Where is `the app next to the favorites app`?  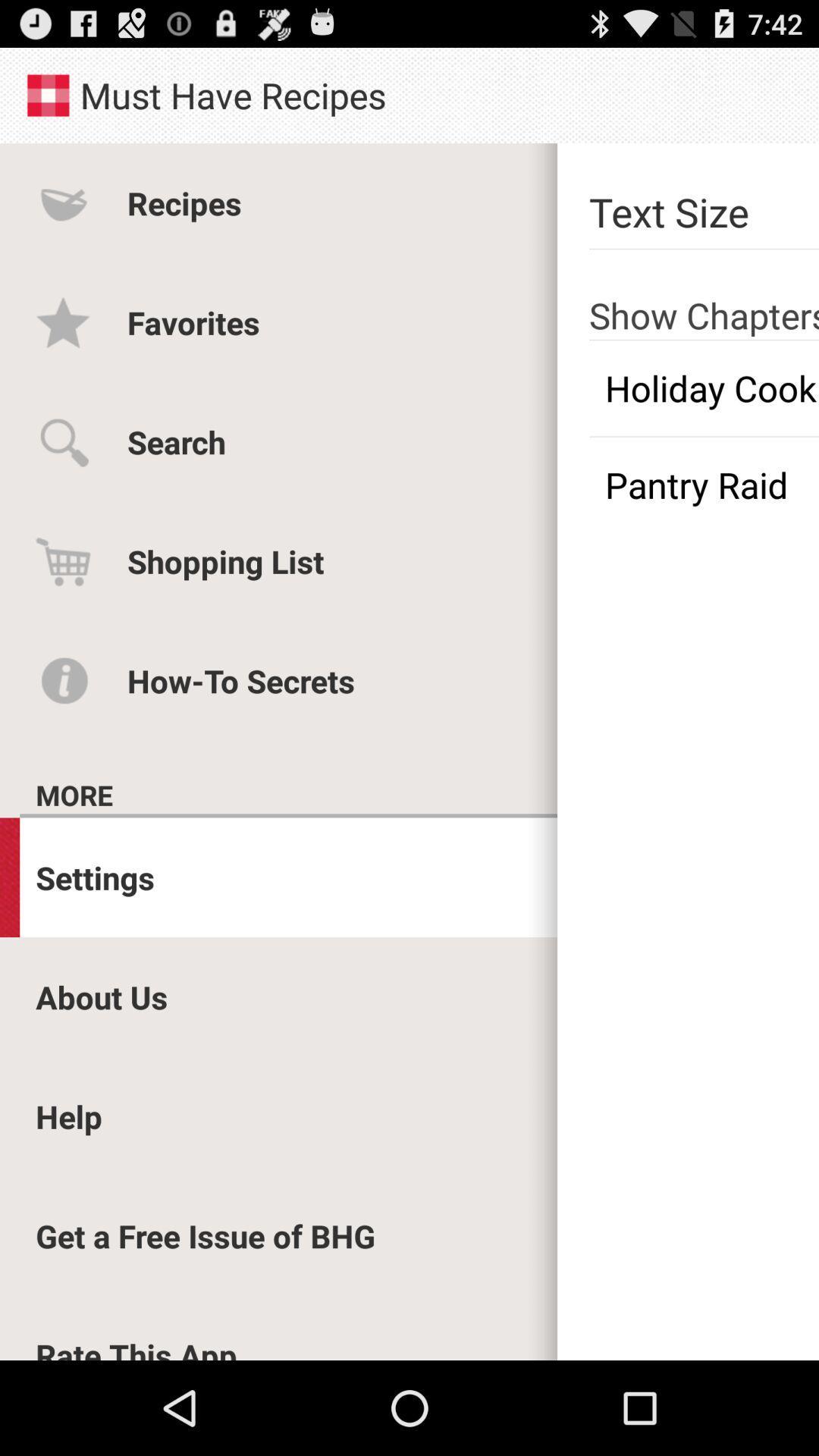
the app next to the favorites app is located at coordinates (704, 388).